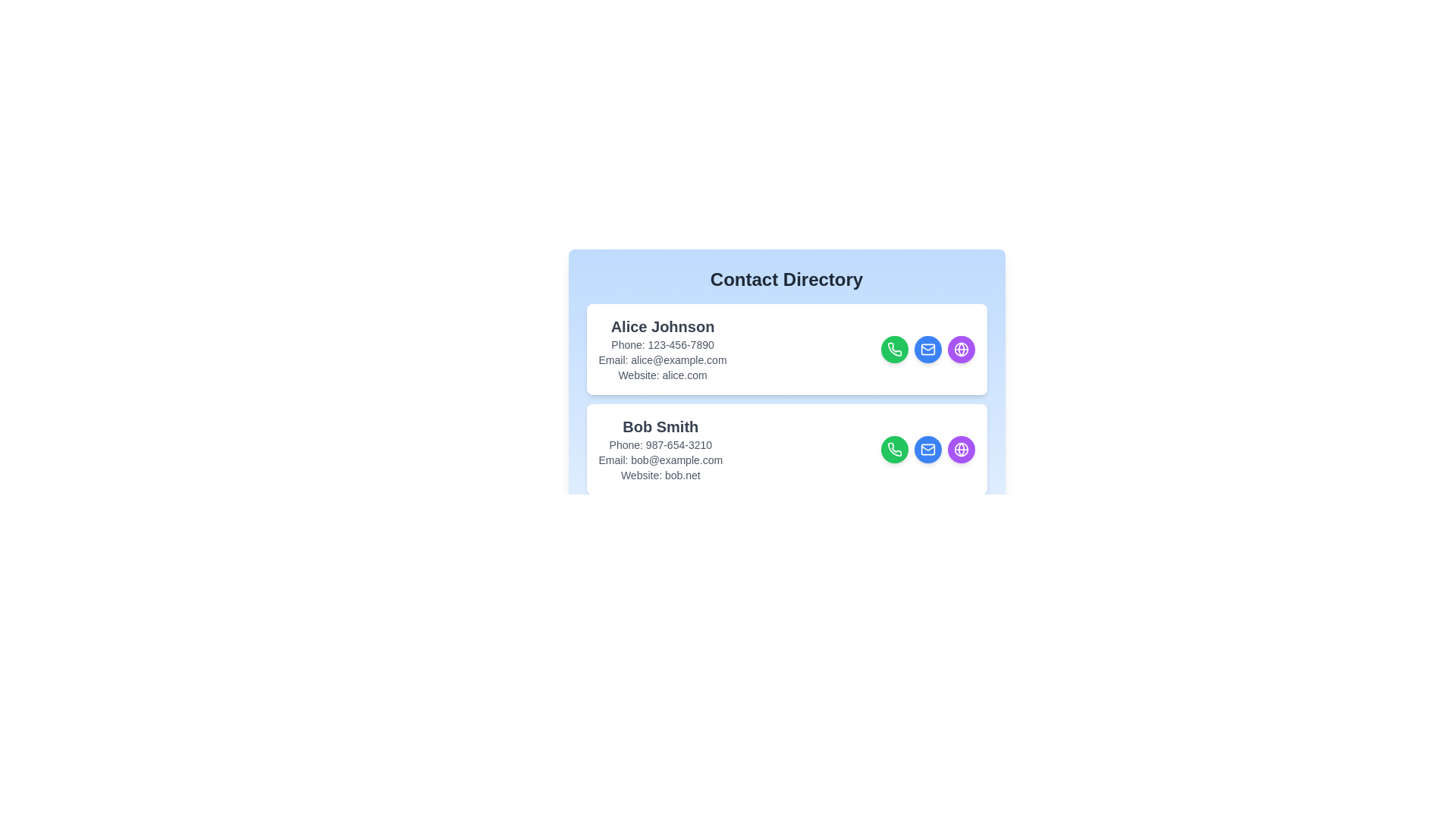  Describe the element at coordinates (662, 375) in the screenshot. I see `the text 'Website' within the contact card of 'Alice Johnson'` at that location.